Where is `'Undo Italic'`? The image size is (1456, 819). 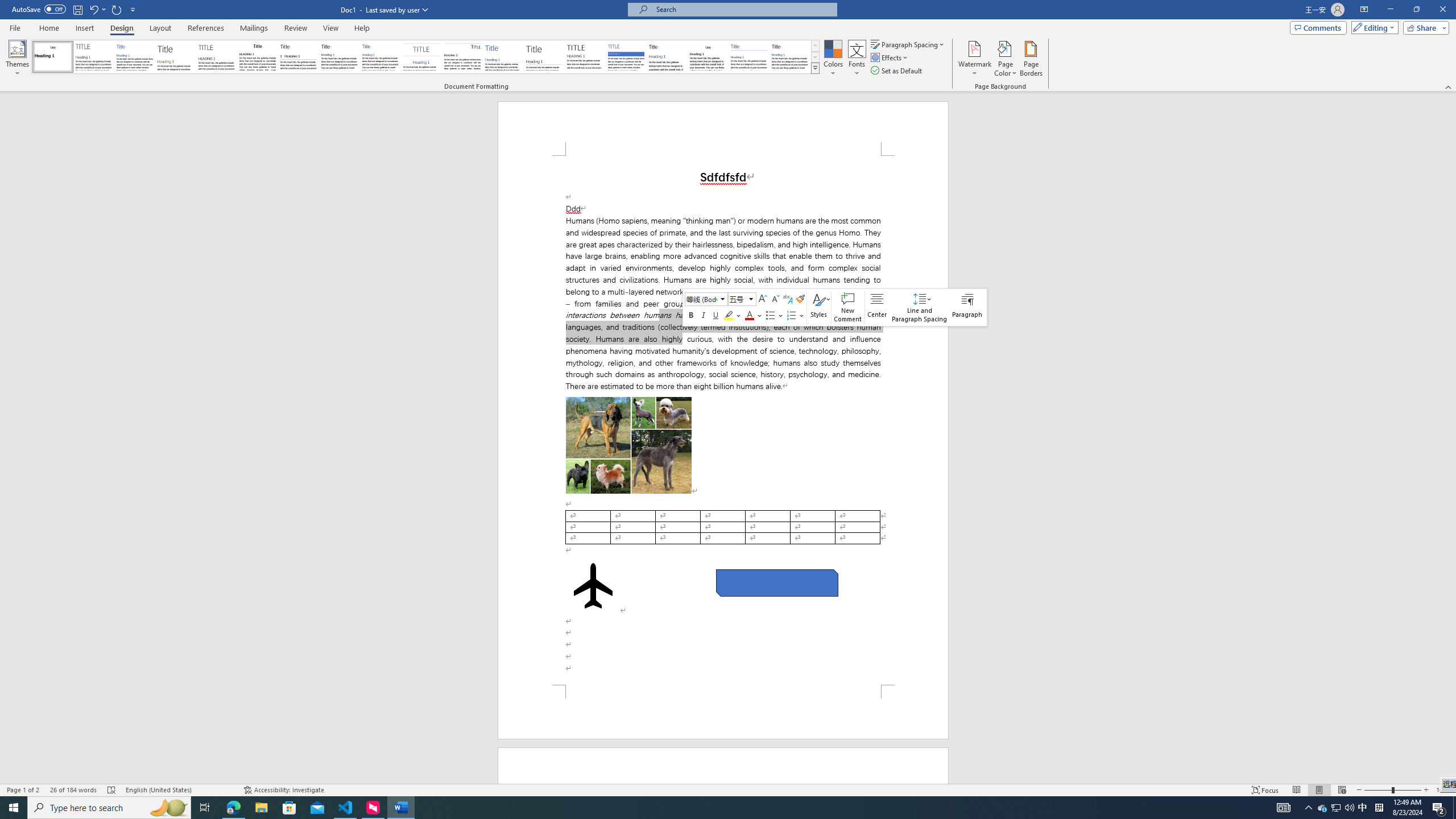
'Undo Italic' is located at coordinates (97, 9).